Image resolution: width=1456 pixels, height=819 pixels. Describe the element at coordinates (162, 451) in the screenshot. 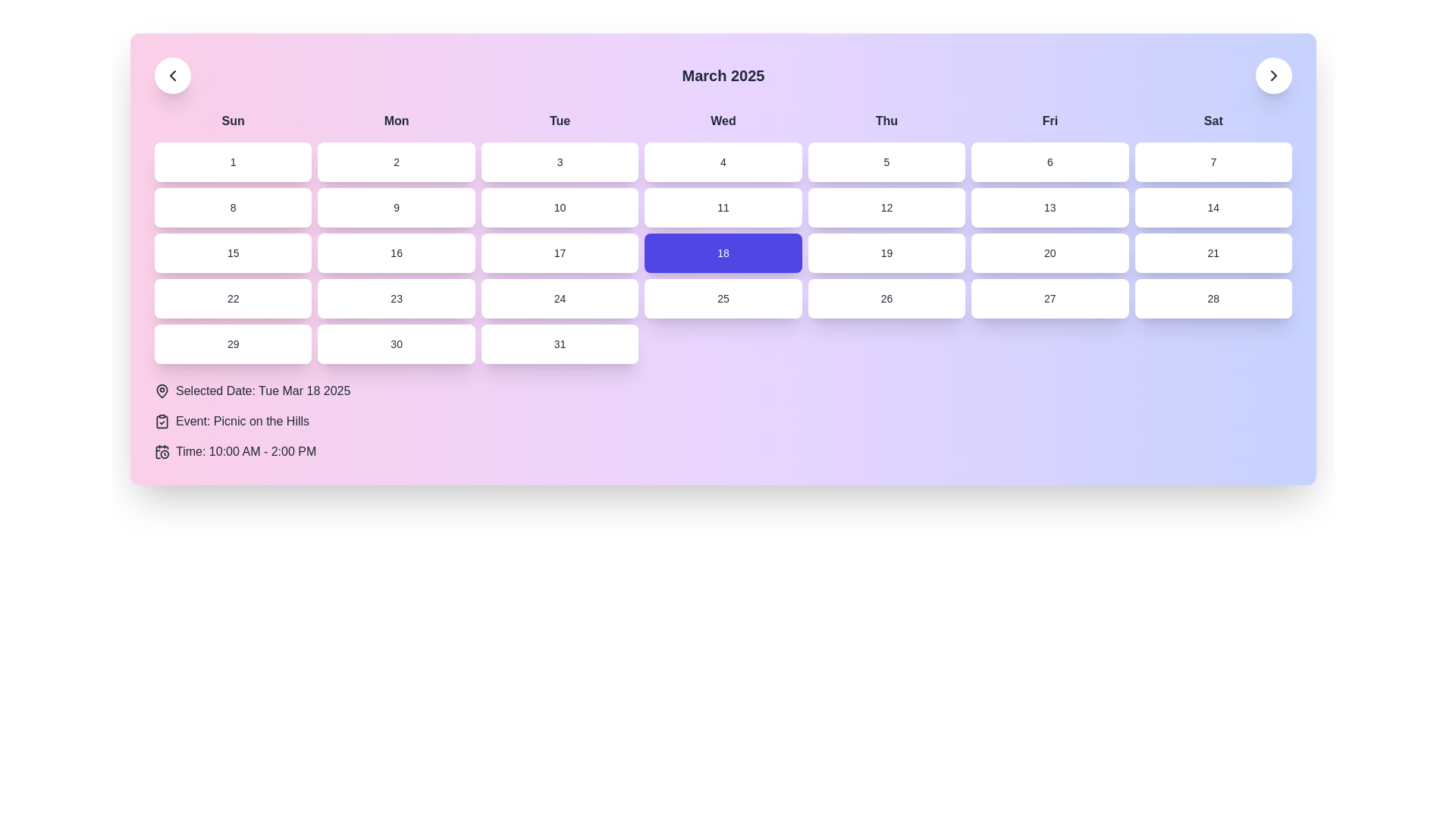

I see `the time information icon located directly before the text 'Time: 10:00 AM - 2:00 PM'` at that location.